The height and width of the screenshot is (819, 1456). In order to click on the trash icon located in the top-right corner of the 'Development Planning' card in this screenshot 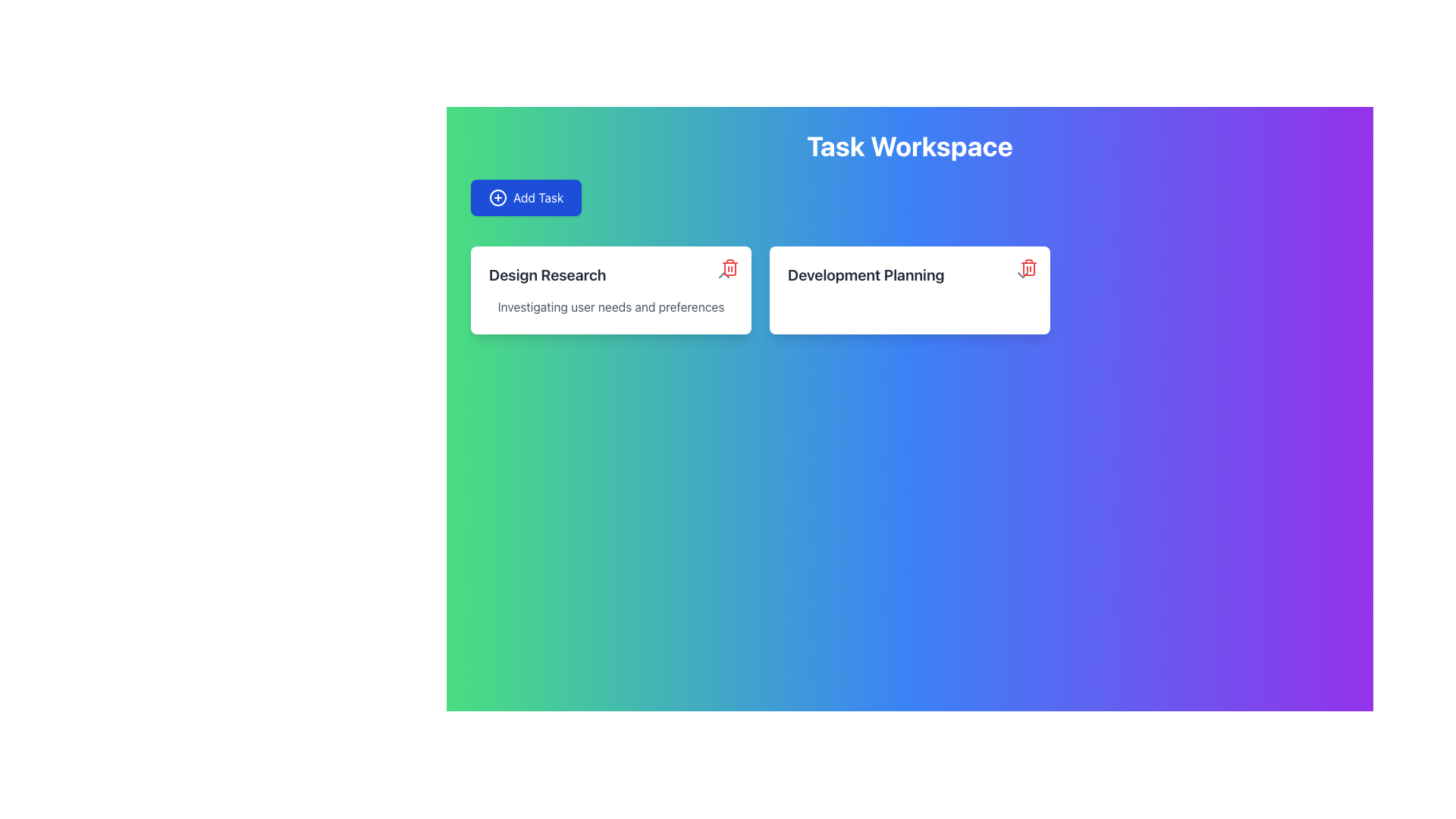, I will do `click(1029, 267)`.